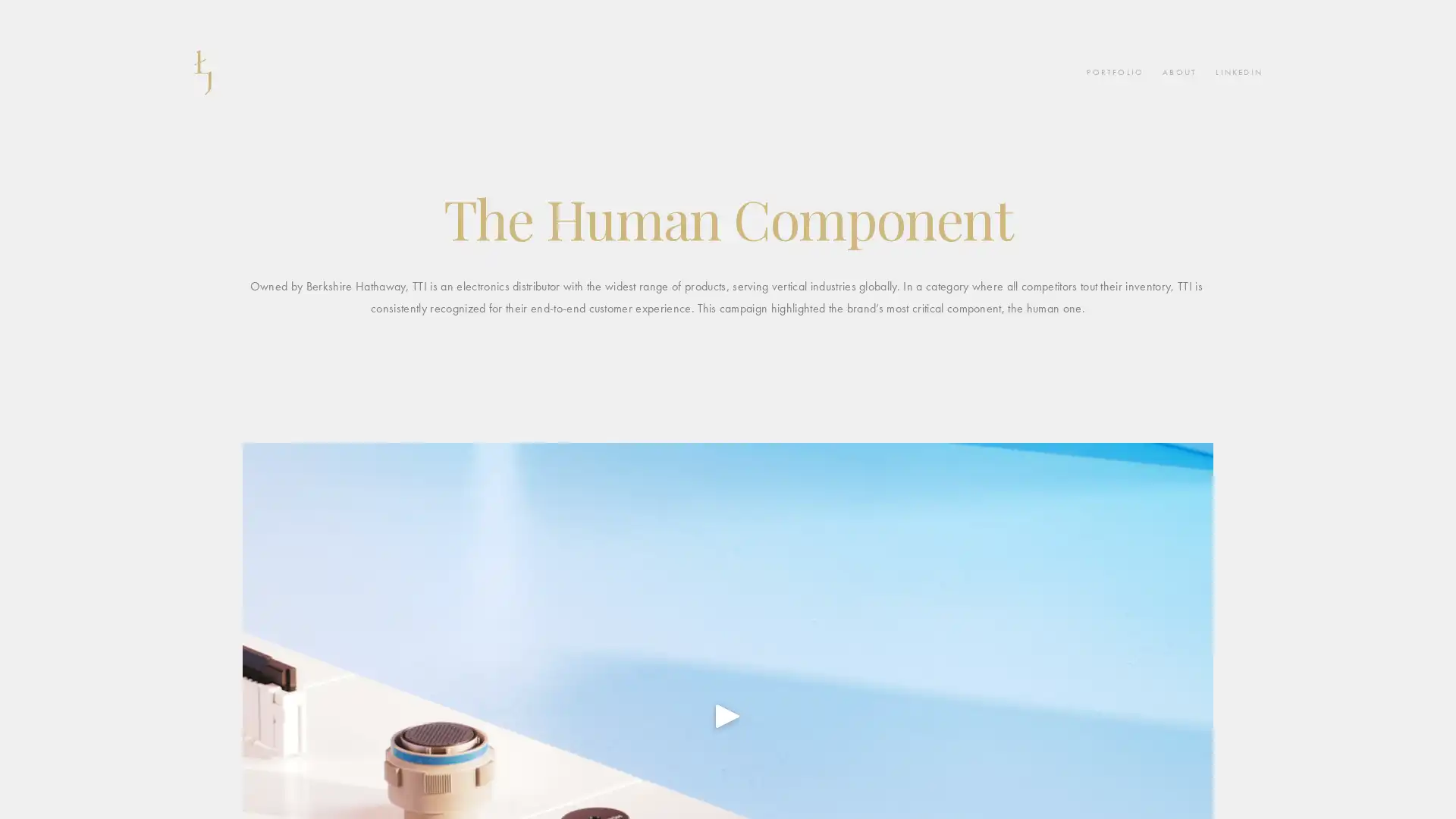 Image resolution: width=1456 pixels, height=819 pixels. Describe the element at coordinates (728, 714) in the screenshot. I see `Play` at that location.